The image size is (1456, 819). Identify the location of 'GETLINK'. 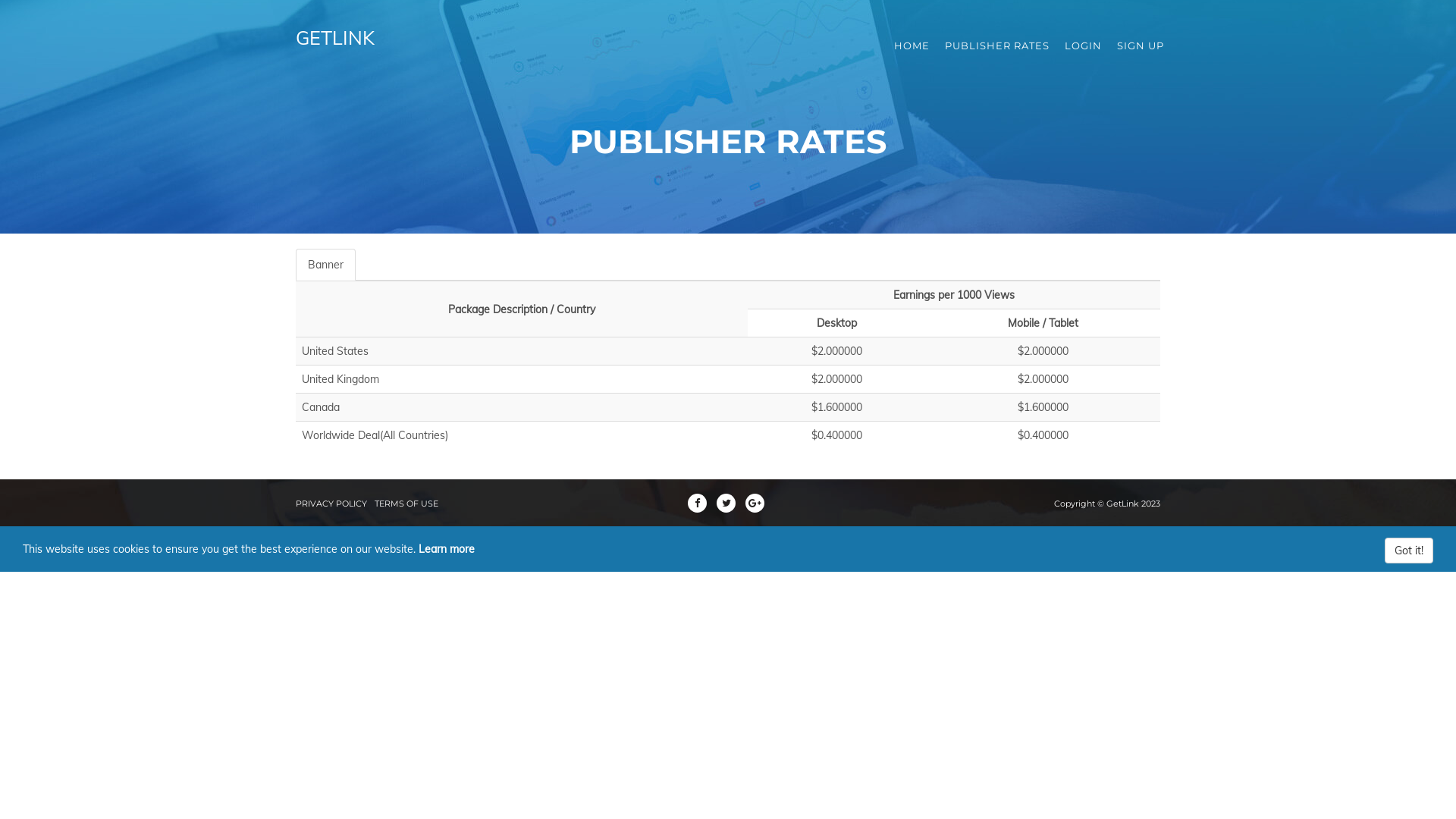
(284, 45).